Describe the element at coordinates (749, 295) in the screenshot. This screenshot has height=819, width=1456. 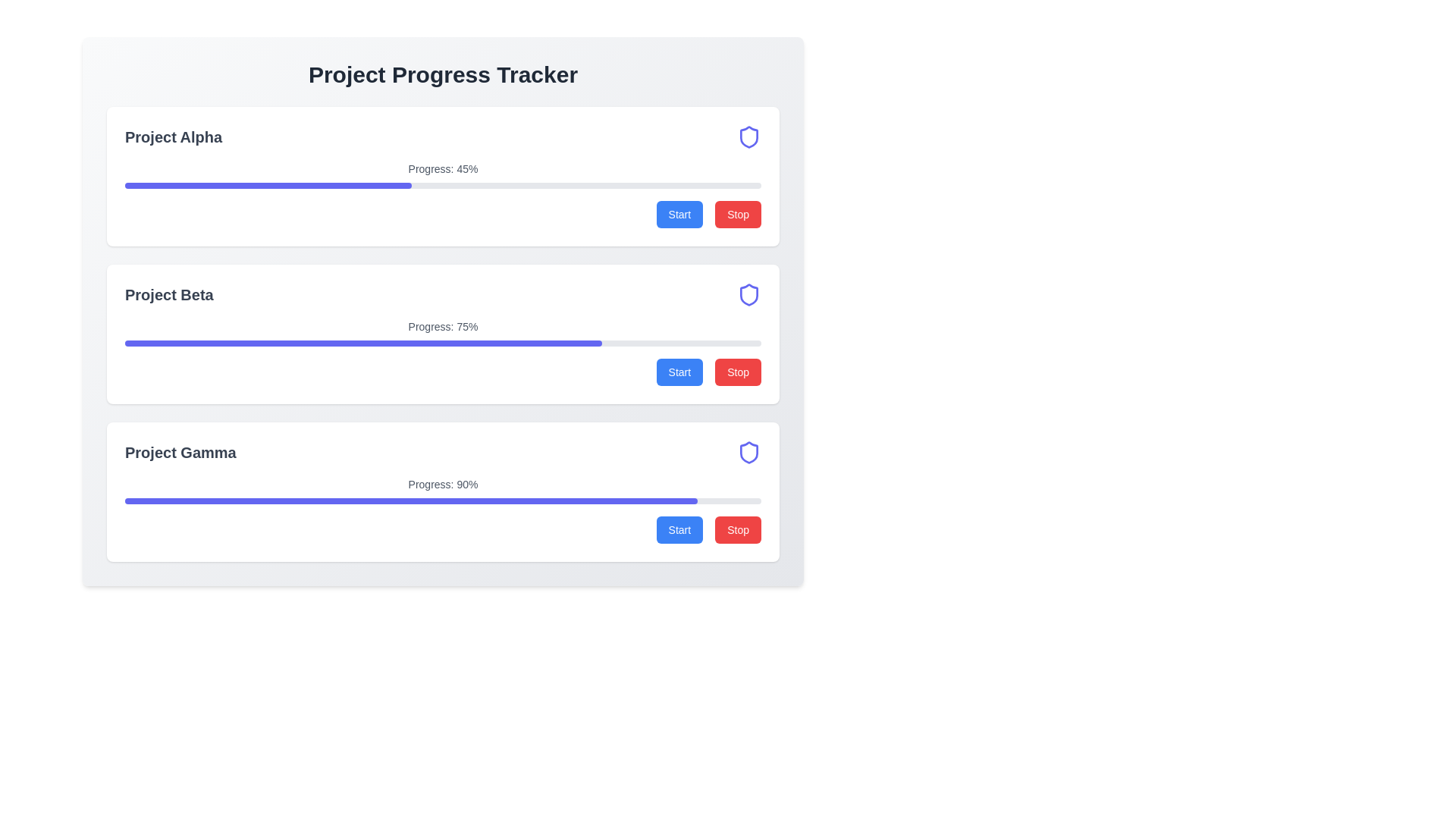
I see `the shield icon located at the top-right of the 'Project Beta' section, which indicates status or security level` at that location.